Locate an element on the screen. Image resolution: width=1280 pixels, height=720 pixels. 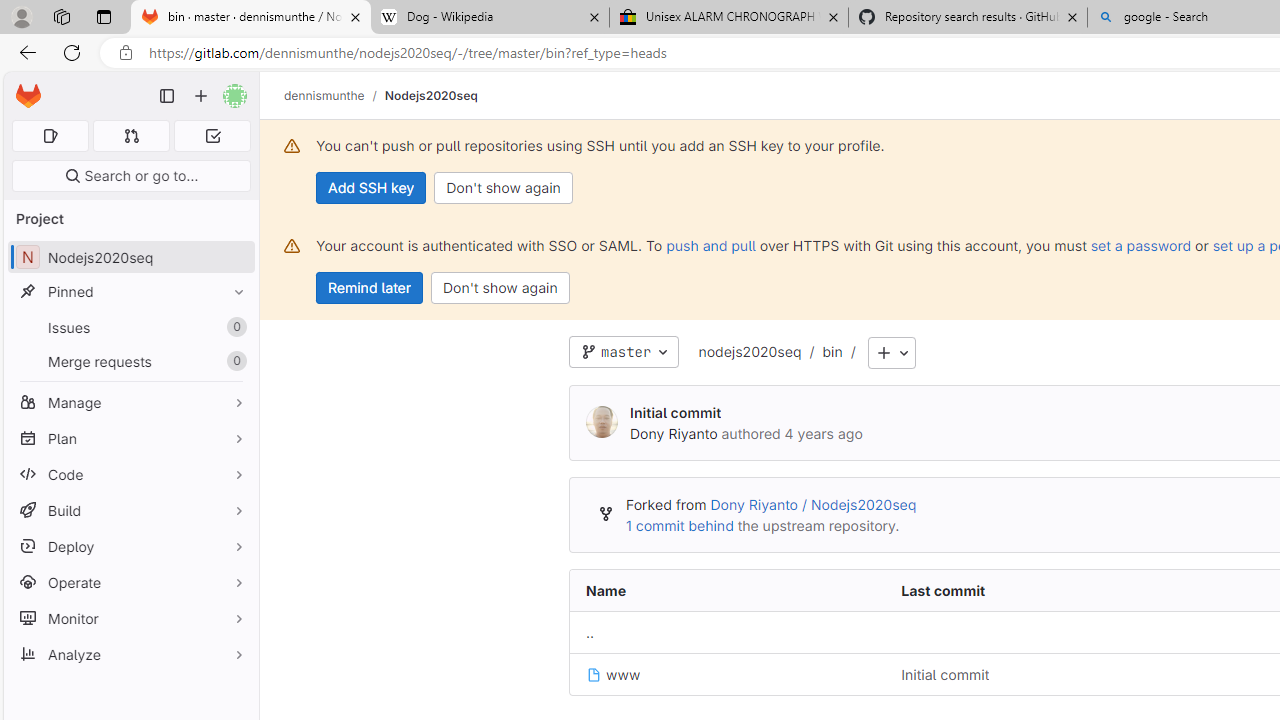
'Merge requests 0' is located at coordinates (130, 361).